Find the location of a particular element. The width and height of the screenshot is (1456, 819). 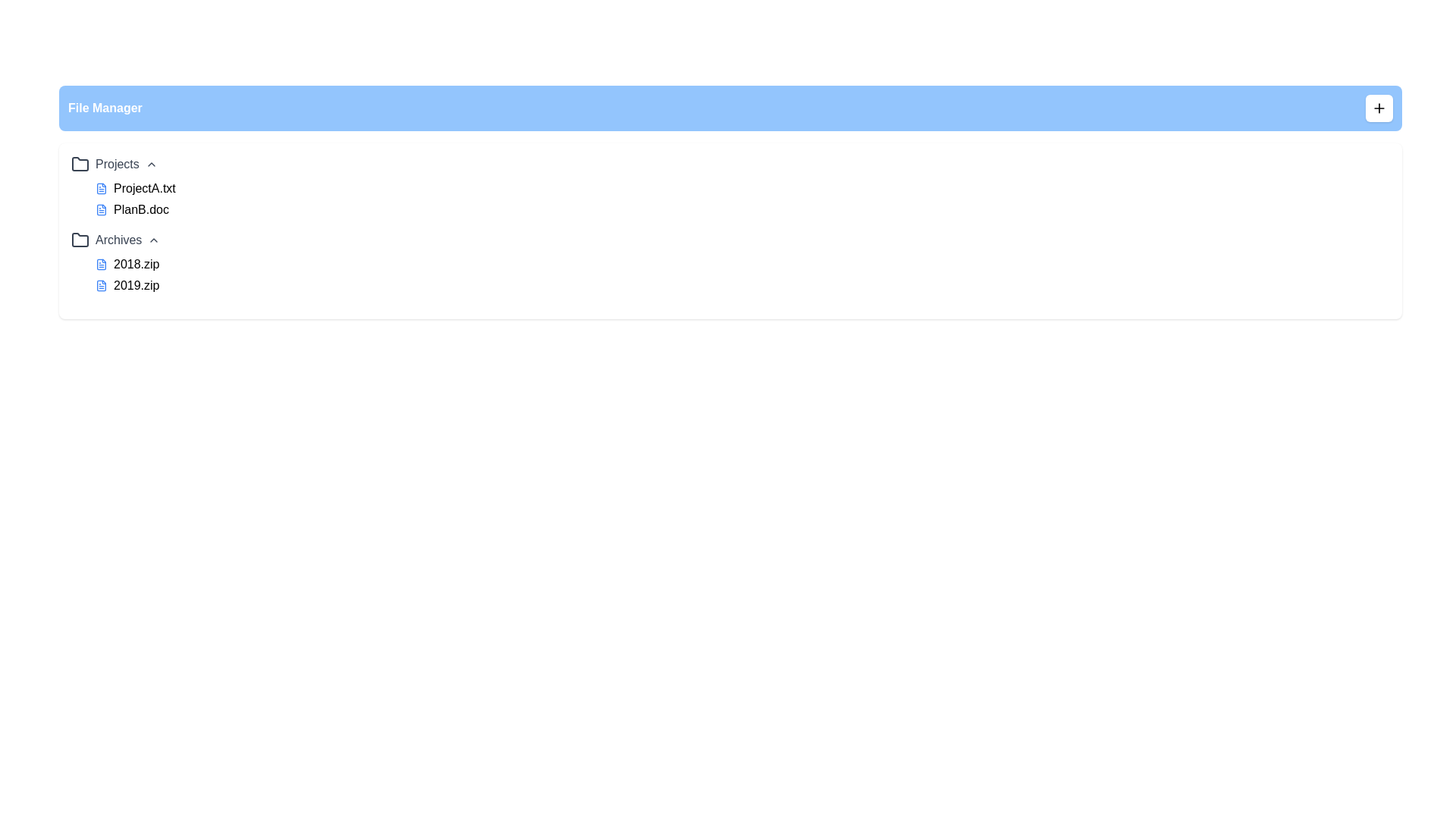

the folder icon labeled 'Projects' located at the top of the folder section is located at coordinates (79, 164).